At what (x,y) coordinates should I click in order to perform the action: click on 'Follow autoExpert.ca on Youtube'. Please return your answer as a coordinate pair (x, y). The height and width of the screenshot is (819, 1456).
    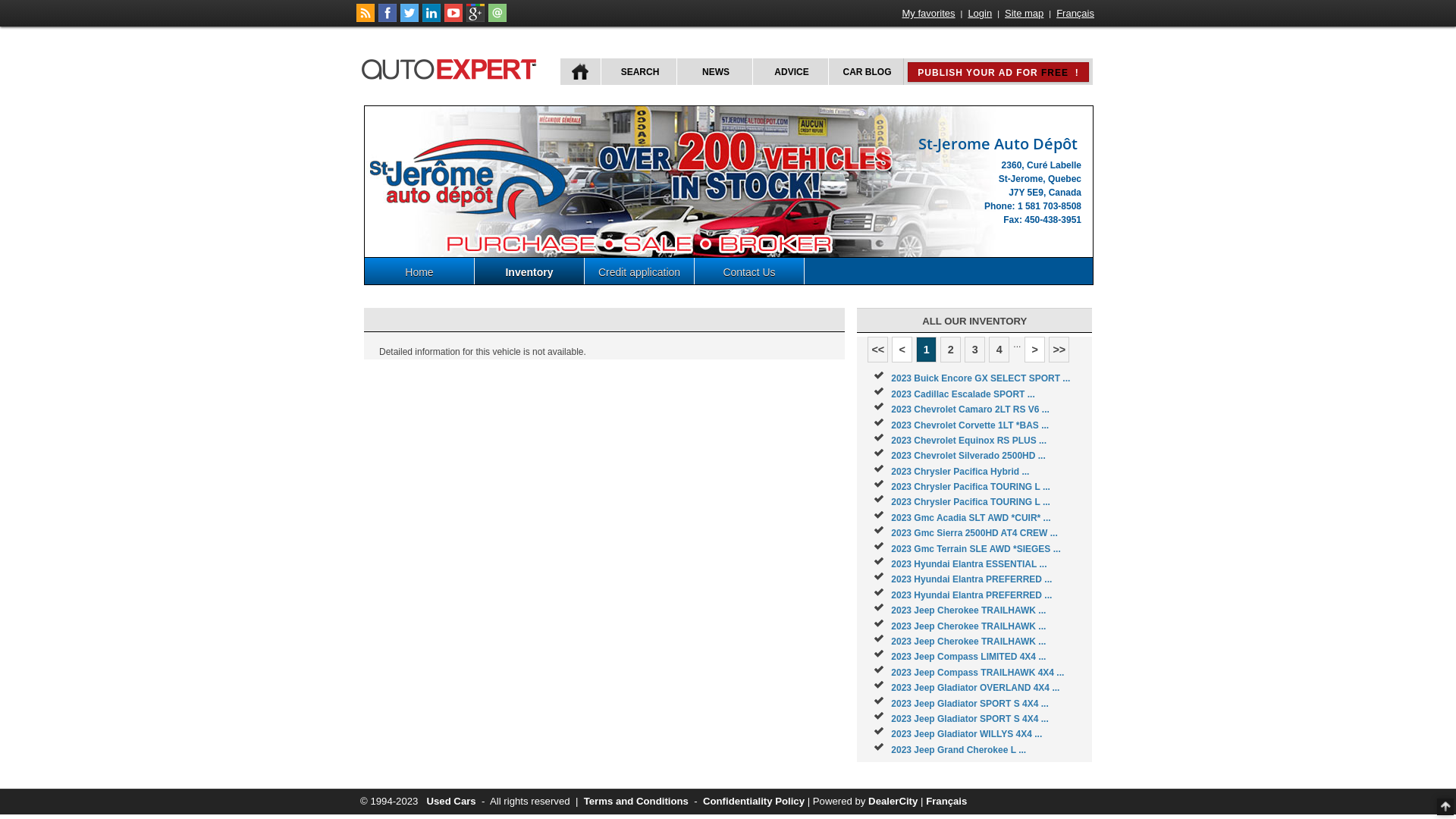
    Looking at the image, I should click on (453, 18).